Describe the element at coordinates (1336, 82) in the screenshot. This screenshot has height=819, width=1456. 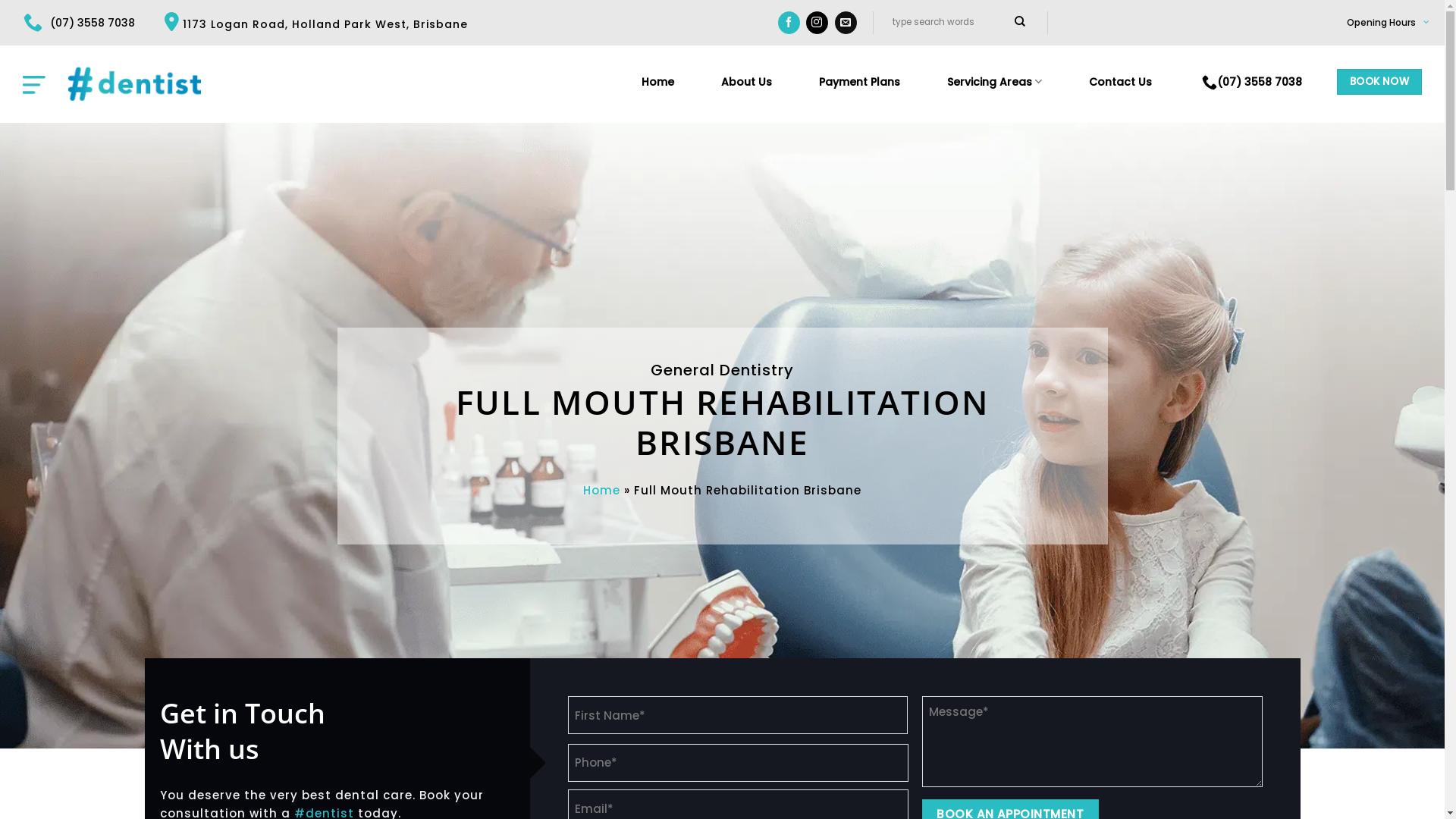
I see `'BOOK NOW'` at that location.